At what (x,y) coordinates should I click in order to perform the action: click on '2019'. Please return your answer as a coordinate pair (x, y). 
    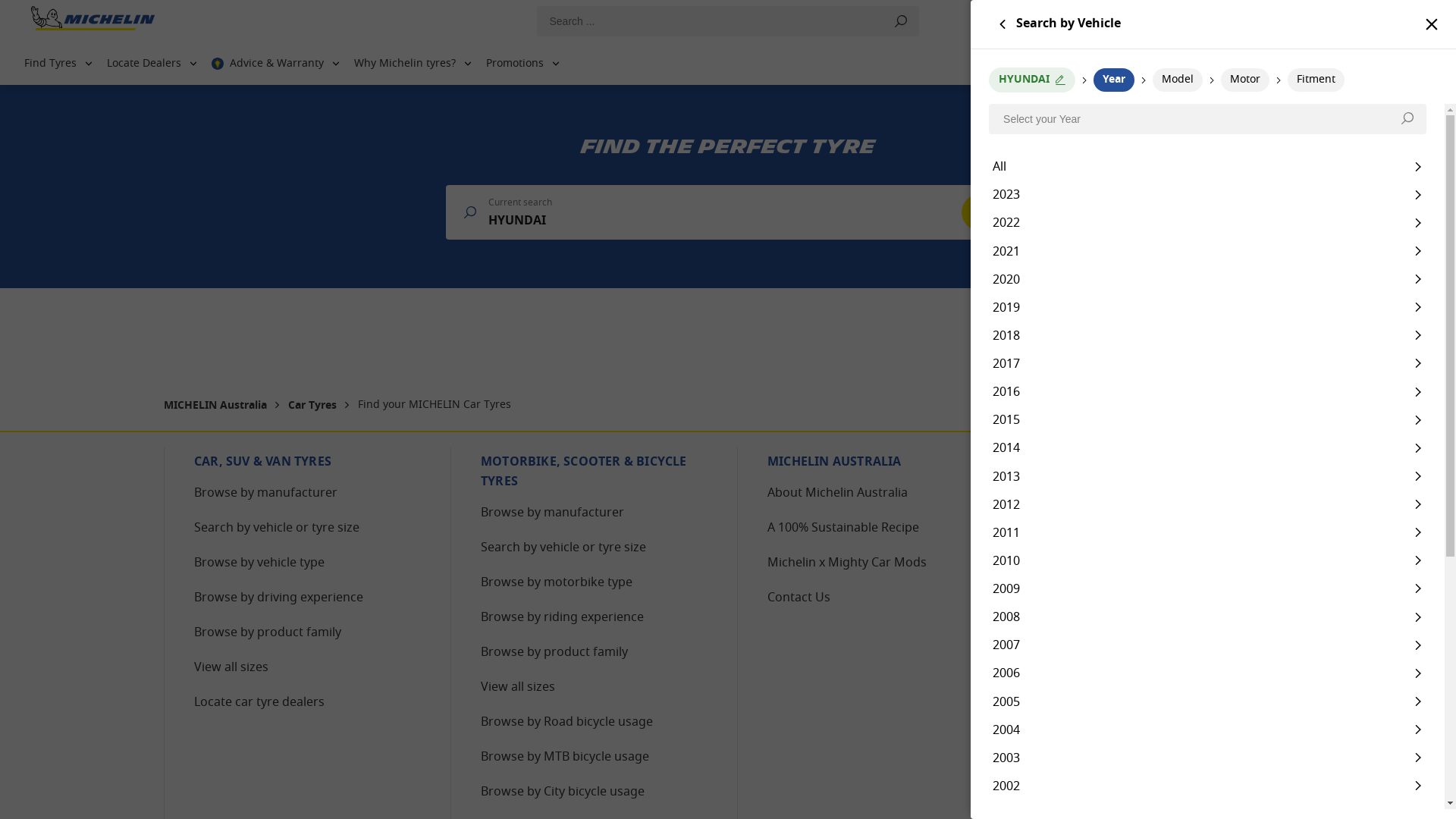
    Looking at the image, I should click on (1207, 307).